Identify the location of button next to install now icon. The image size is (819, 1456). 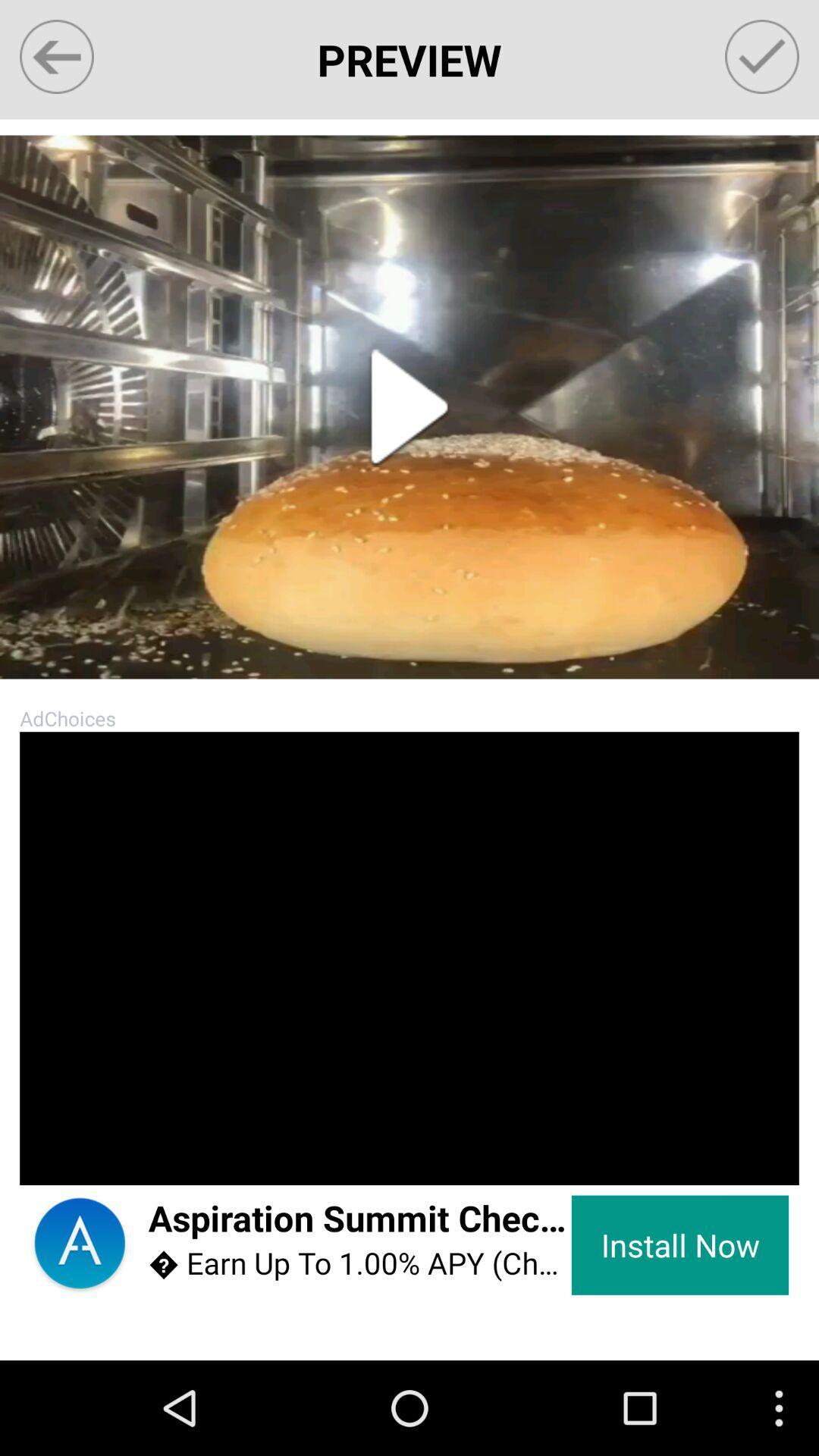
(359, 1219).